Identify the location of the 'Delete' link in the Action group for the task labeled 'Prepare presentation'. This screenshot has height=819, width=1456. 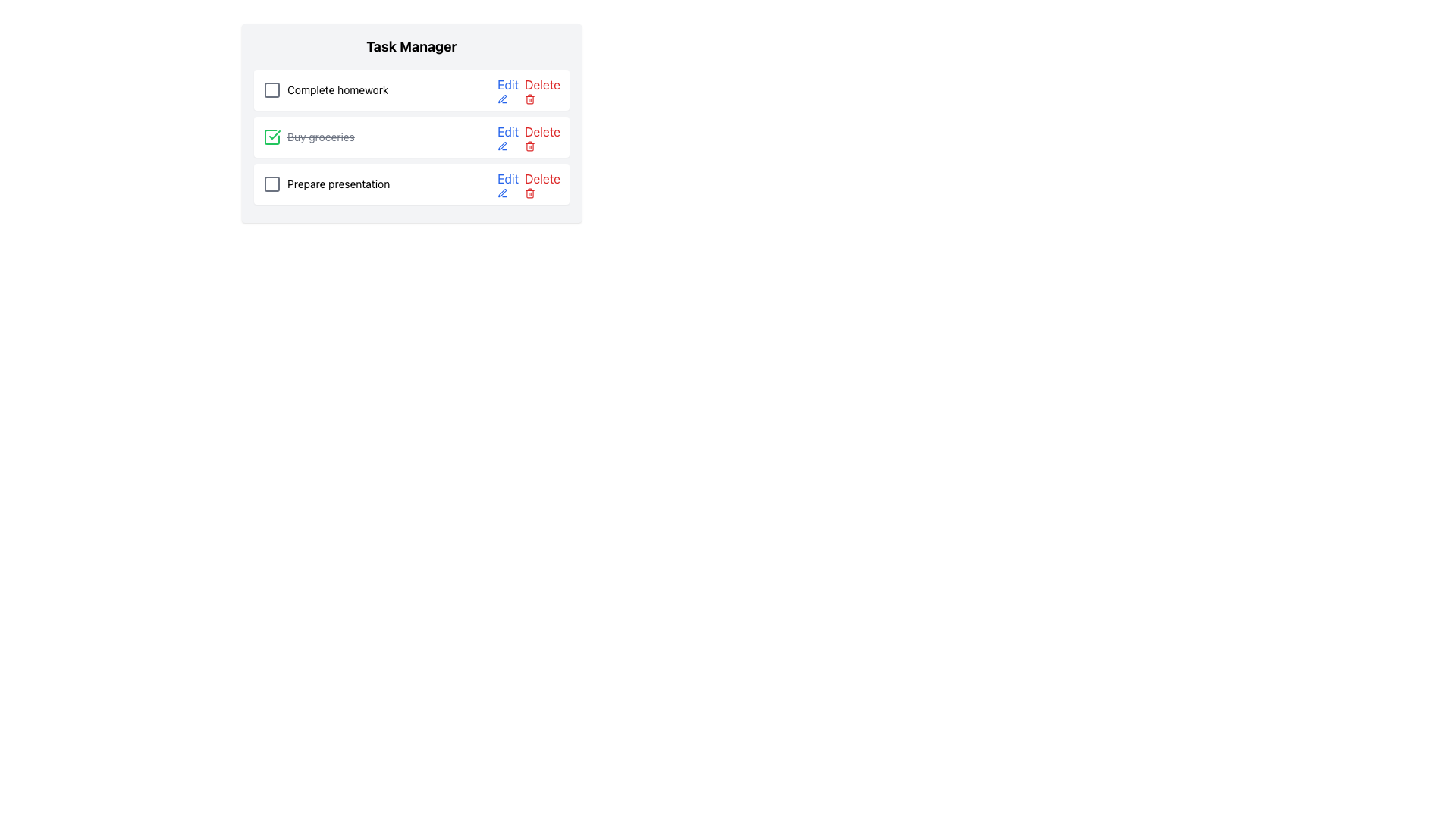
(528, 184).